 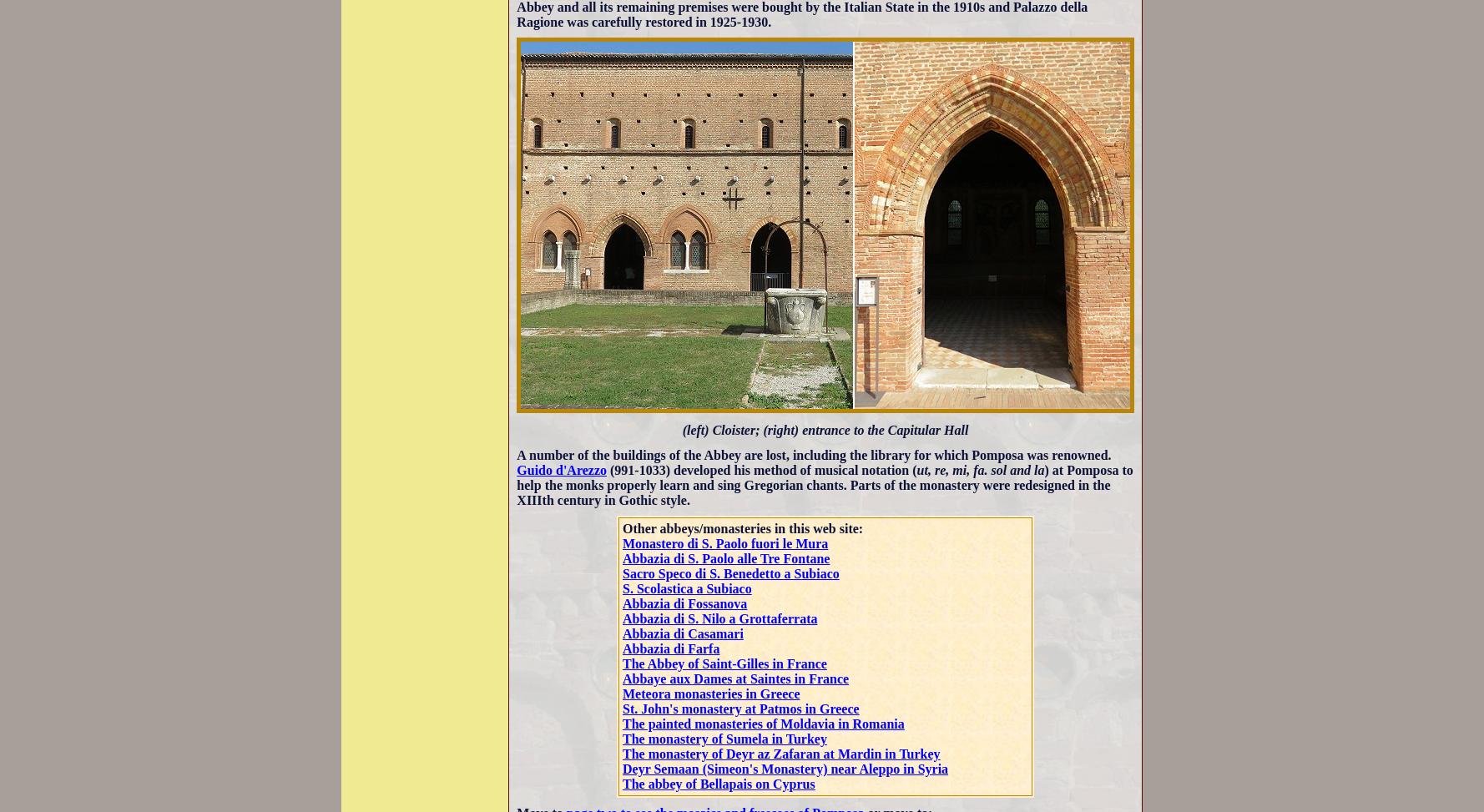 I want to click on 'St. John's monastery at Patmos in Greece', so click(x=739, y=709).